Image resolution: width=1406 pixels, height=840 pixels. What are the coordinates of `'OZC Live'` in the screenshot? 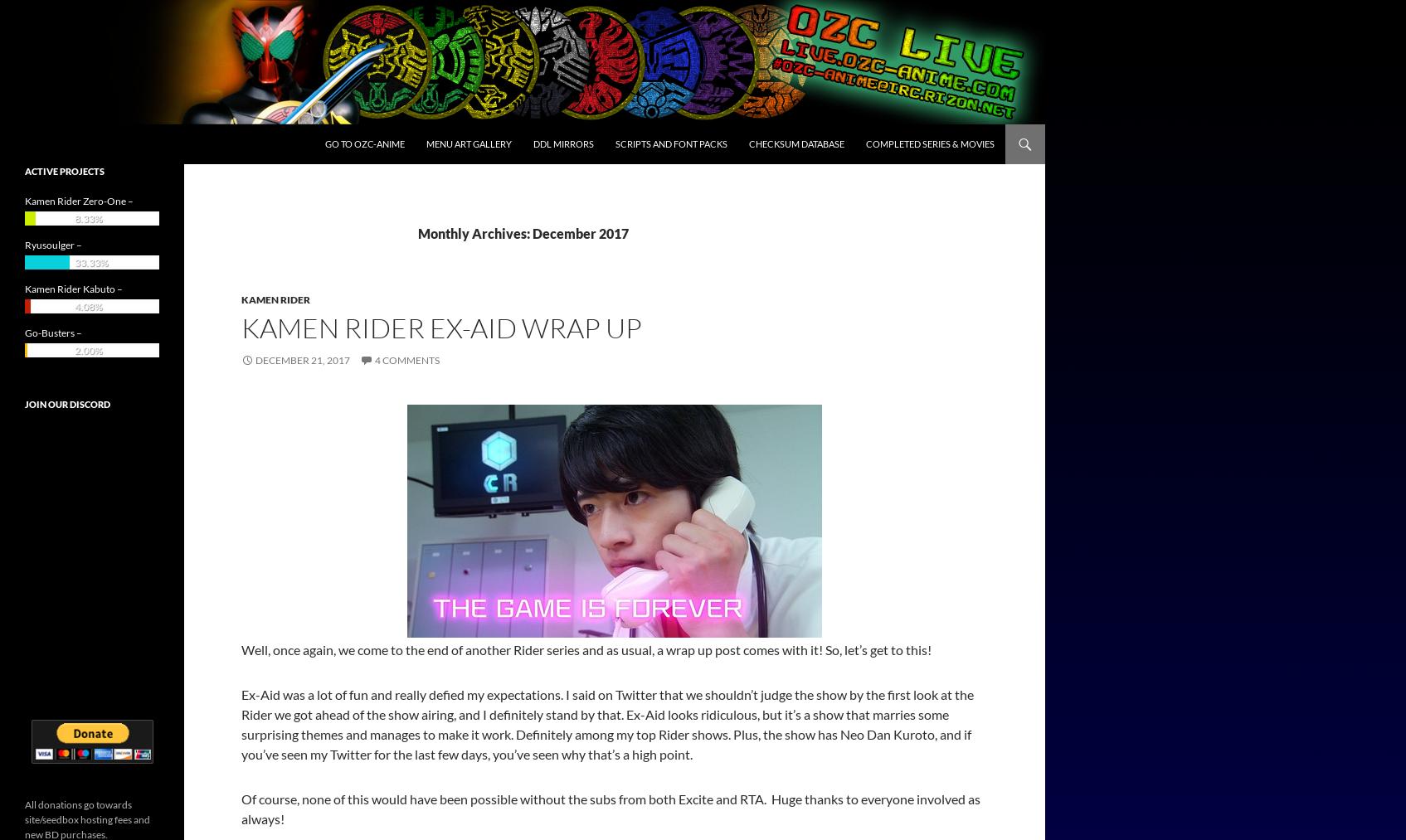 It's located at (54, 144).